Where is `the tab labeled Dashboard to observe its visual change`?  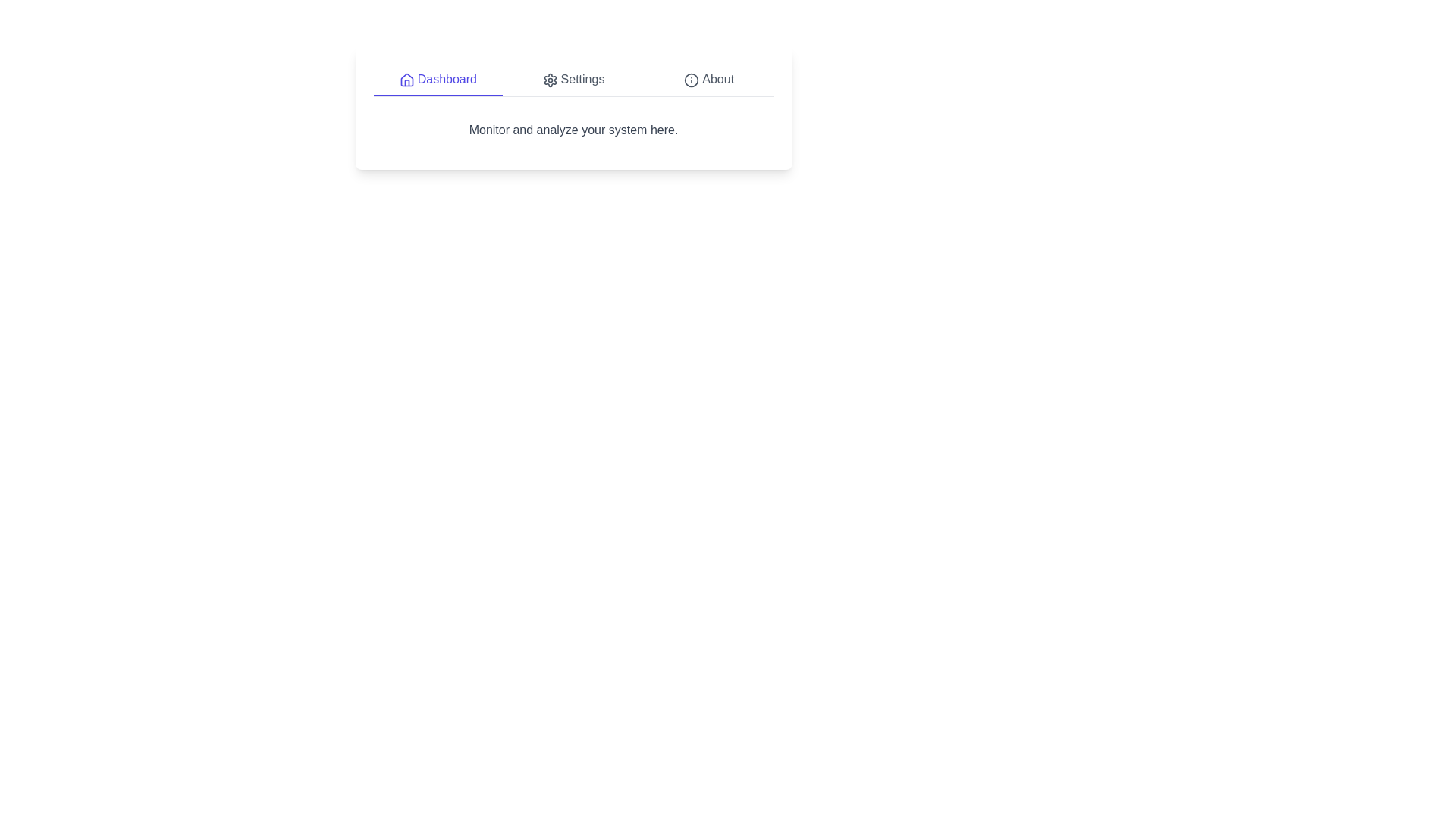 the tab labeled Dashboard to observe its visual change is located at coordinates (437, 80).